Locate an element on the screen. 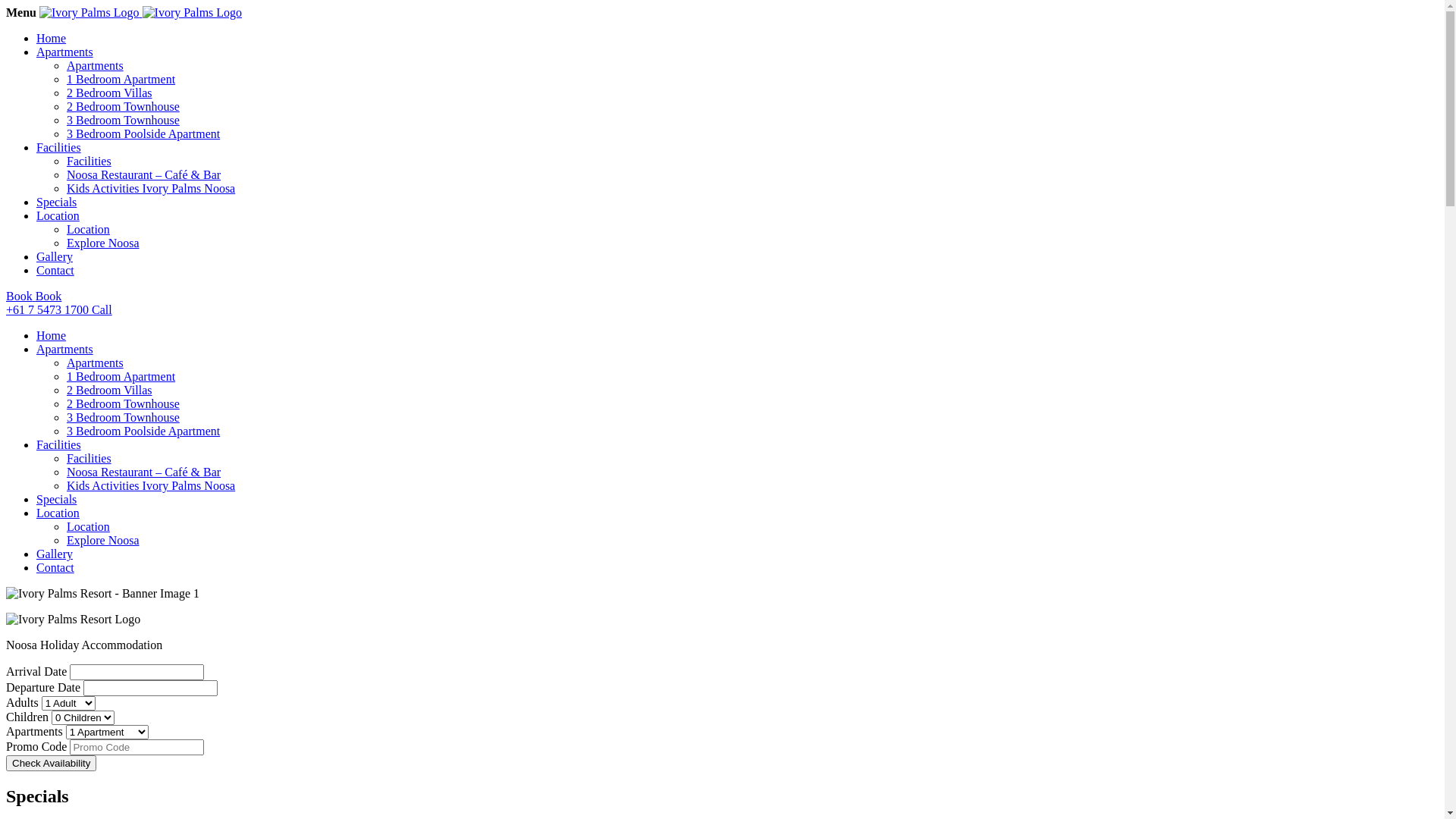  'Explore Noosa' is located at coordinates (102, 242).